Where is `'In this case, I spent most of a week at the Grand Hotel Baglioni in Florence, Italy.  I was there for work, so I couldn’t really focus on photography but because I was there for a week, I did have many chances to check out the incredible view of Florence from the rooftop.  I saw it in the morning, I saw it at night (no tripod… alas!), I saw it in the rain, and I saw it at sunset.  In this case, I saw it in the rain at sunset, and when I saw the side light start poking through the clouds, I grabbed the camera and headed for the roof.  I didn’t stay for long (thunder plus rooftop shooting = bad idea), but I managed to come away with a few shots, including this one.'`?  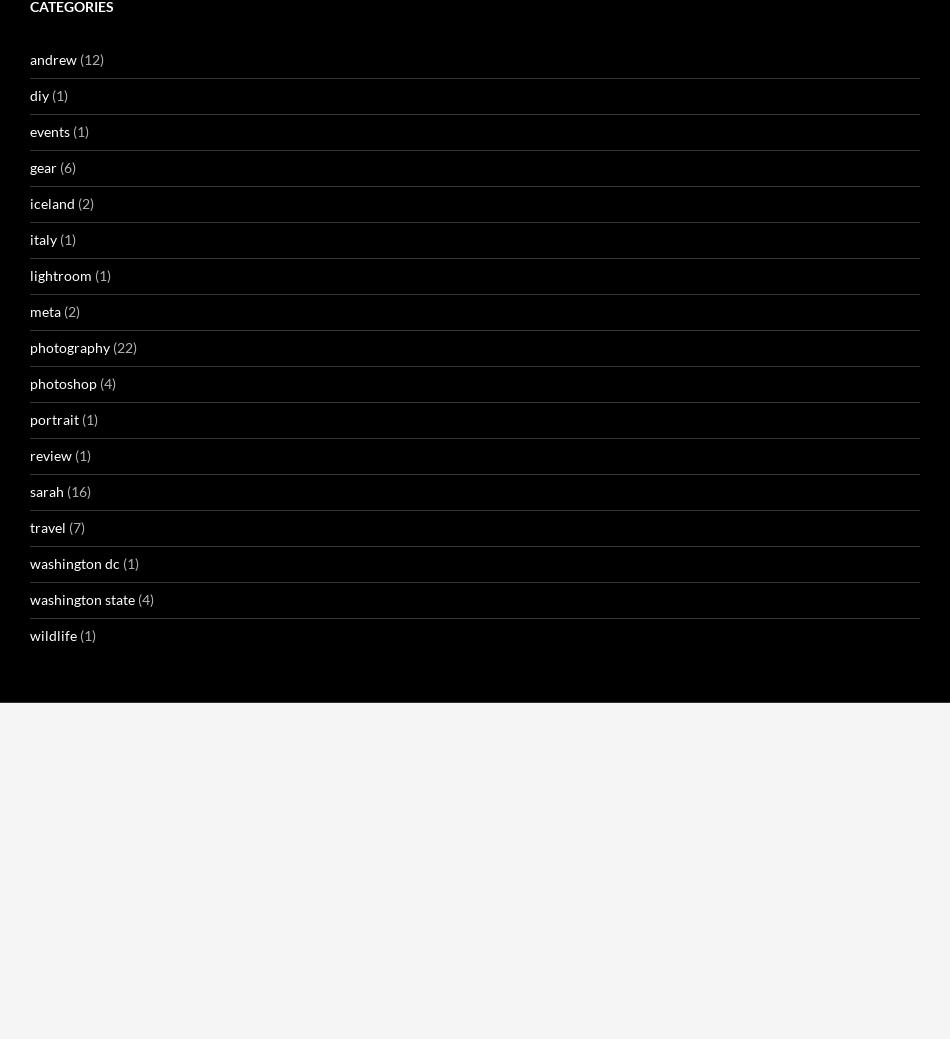
'In this case, I spent most of a week at the Grand Hotel Baglioni in Florence, Italy.  I was there for work, so I couldn’t really focus on photography but because I was there for a week, I did have many chances to check out the incredible view of Florence from the rooftop.  I saw it in the morning, I saw it at night (no tripod… alas!), I saw it in the rain, and I saw it at sunset.  In this case, I saw it in the rain at sunset, and when I saw the side light start poking through the clouds, I grabbed the camera and headed for the roof.  I didn’t stay for long (thunder plus rooftop shooting = bad idea), but I managed to come away with a few shots, including this one.' is located at coordinates (471, 606).